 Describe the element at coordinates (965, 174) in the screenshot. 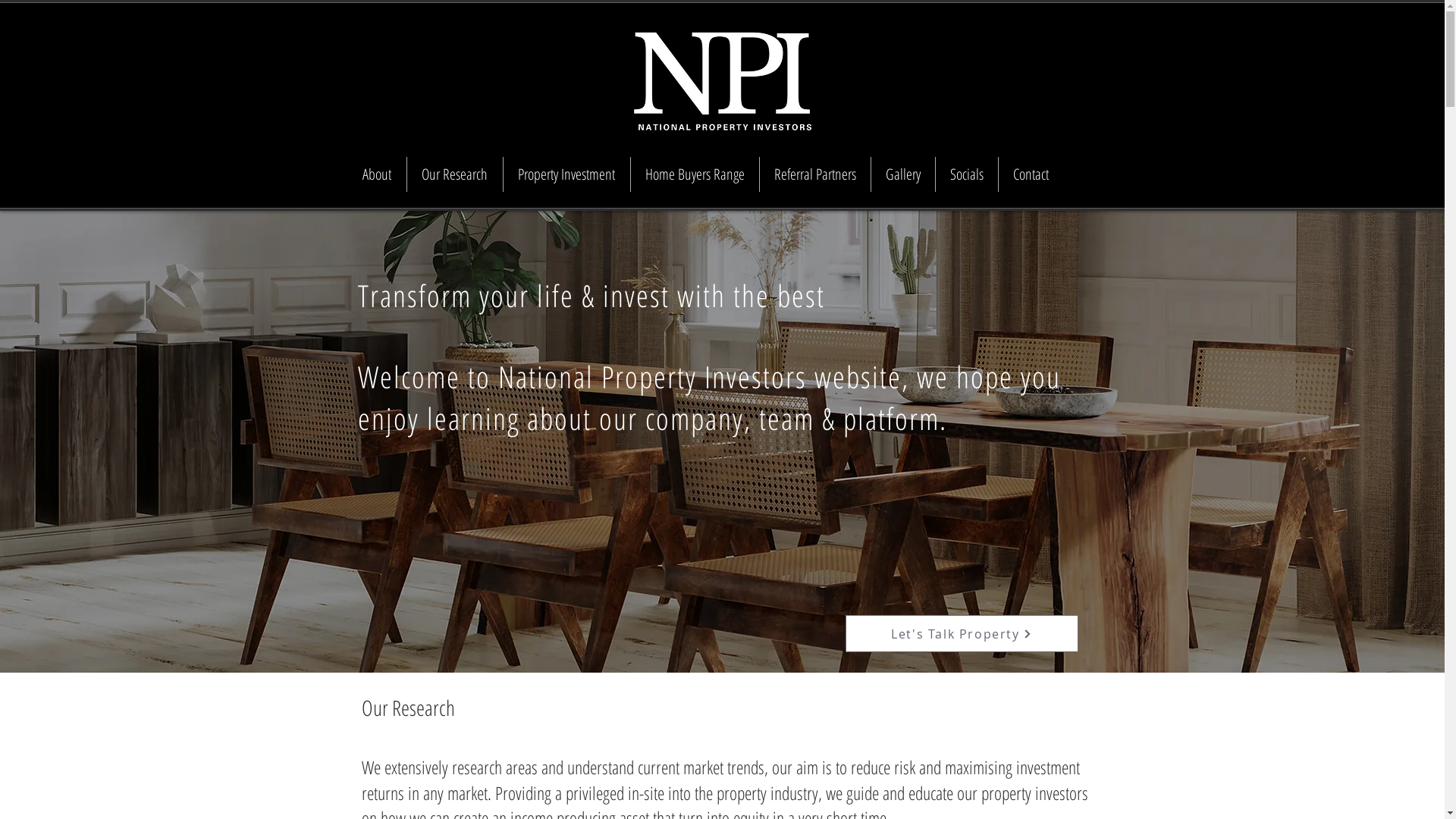

I see `'Socials'` at that location.